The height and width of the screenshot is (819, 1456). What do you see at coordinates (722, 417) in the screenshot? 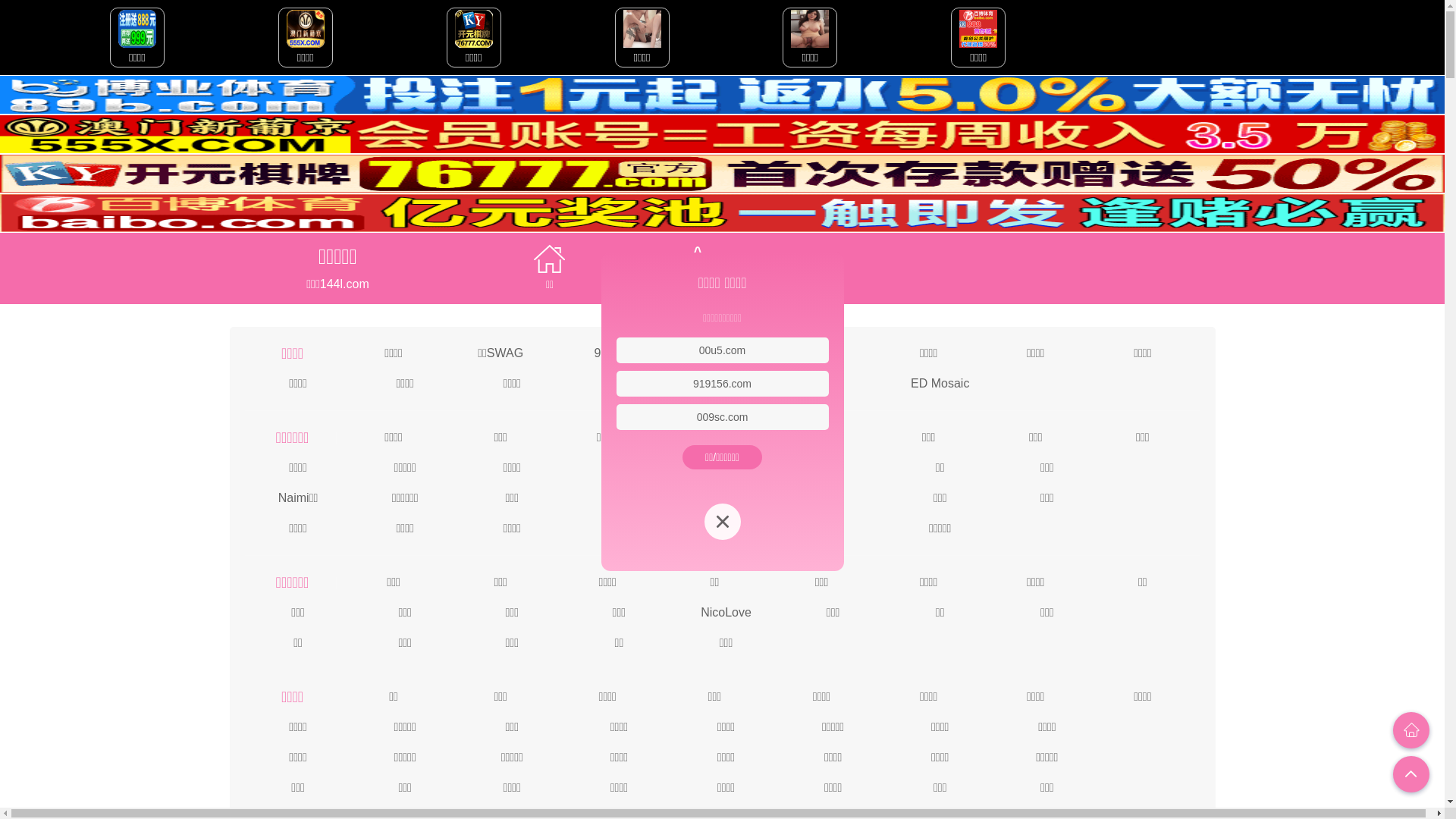
I see `'009sc.com'` at bounding box center [722, 417].